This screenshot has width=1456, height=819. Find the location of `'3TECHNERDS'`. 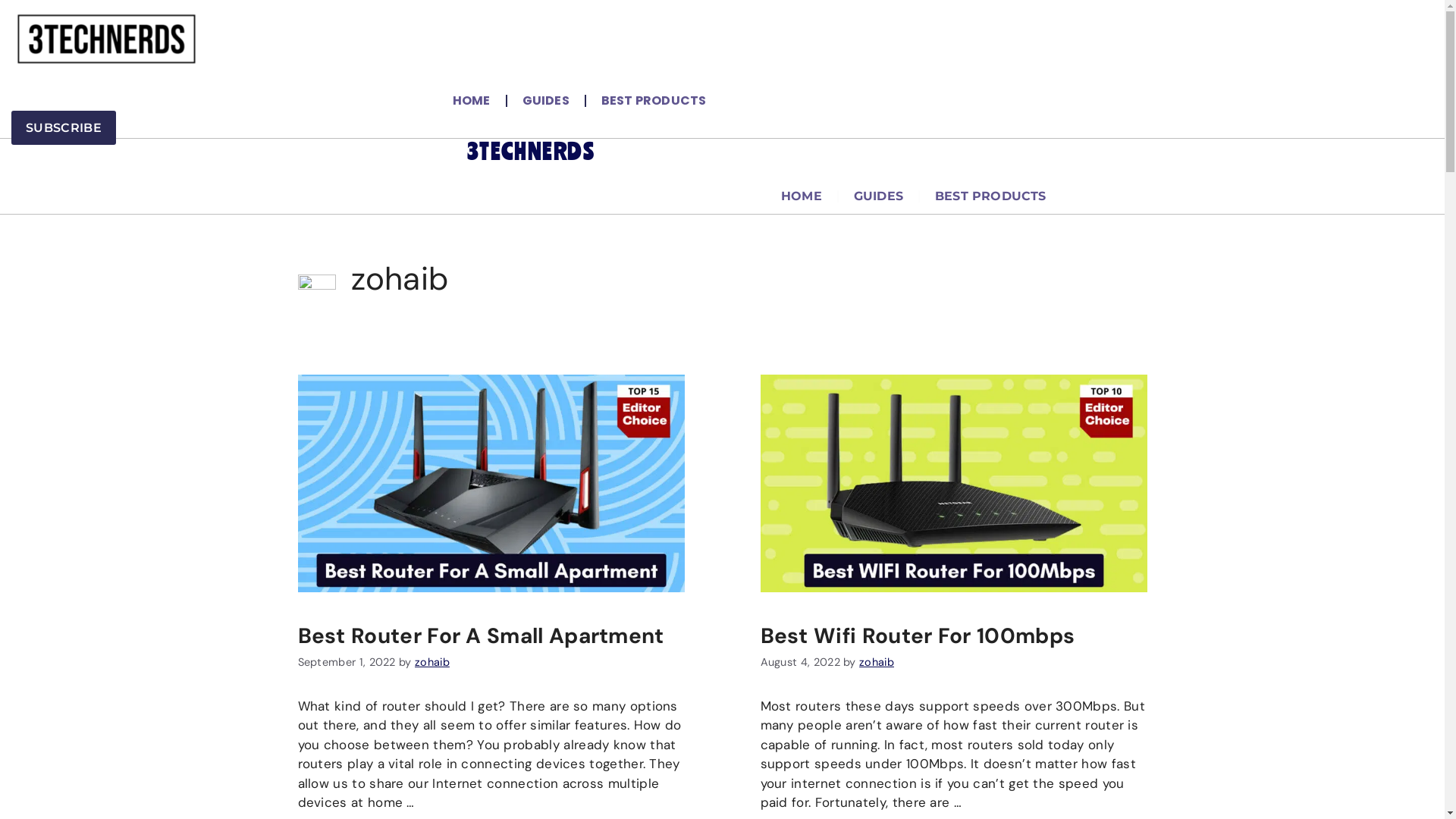

'3TECHNERDS' is located at coordinates (466, 151).